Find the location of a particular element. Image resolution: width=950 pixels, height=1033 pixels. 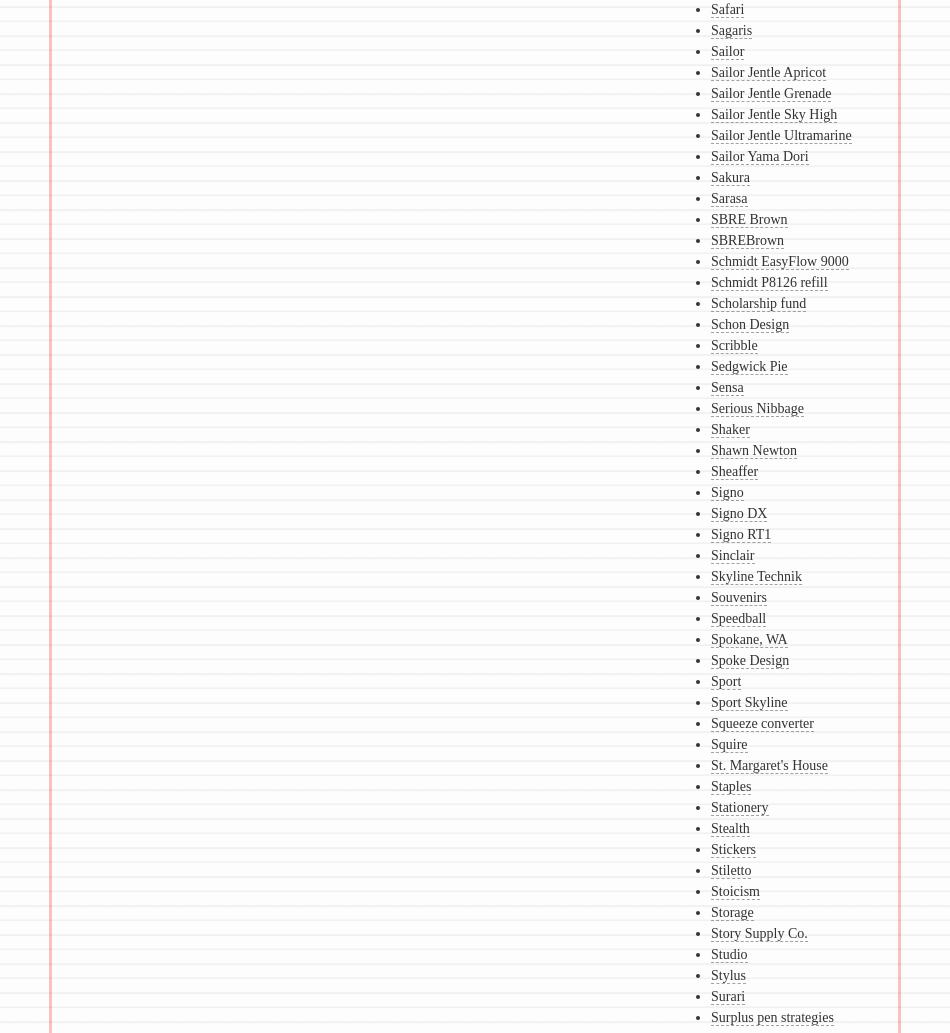

'Sheaffer' is located at coordinates (732, 471).